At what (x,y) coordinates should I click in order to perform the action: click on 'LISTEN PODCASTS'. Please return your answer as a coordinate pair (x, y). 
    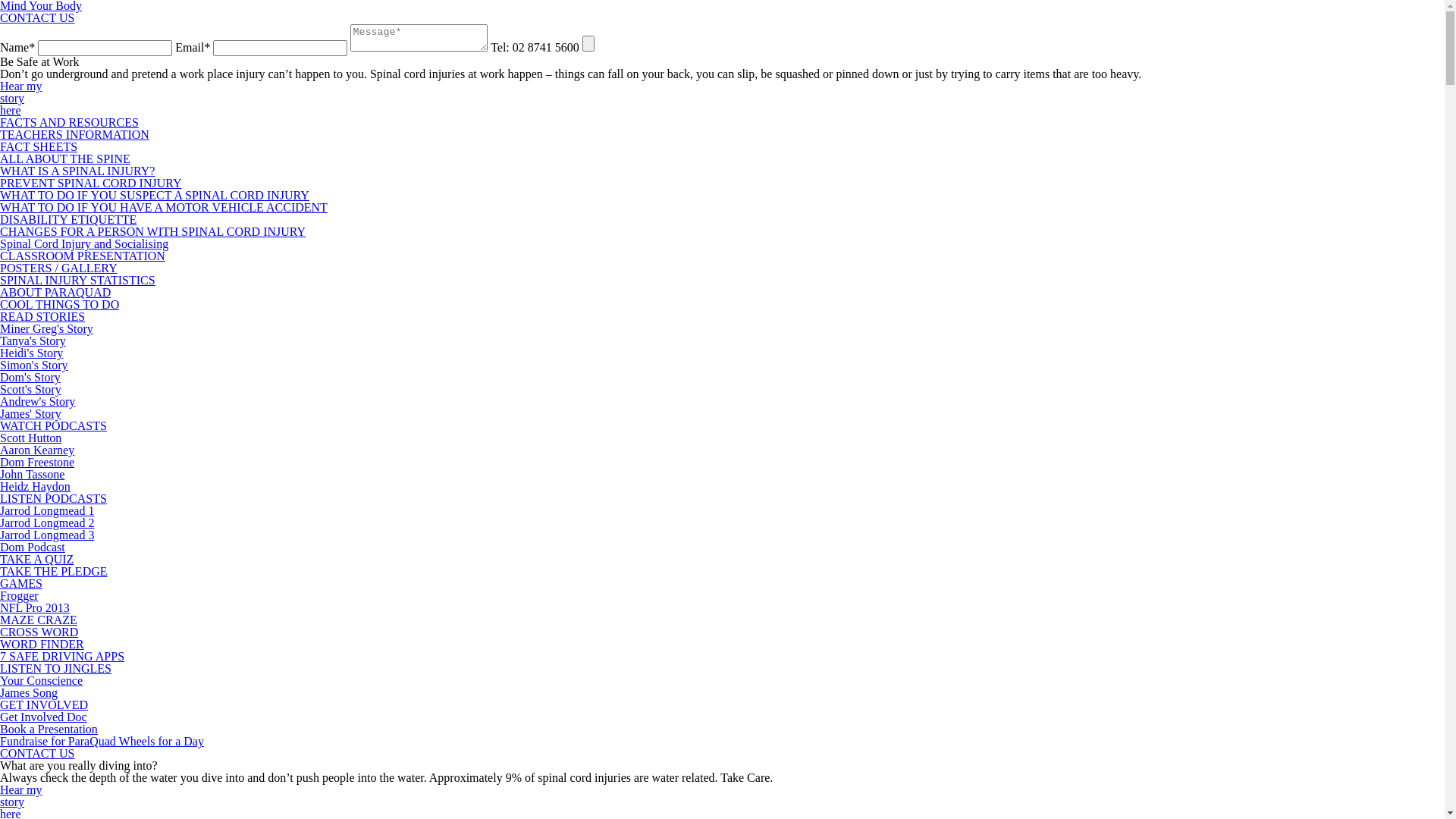
    Looking at the image, I should click on (53, 498).